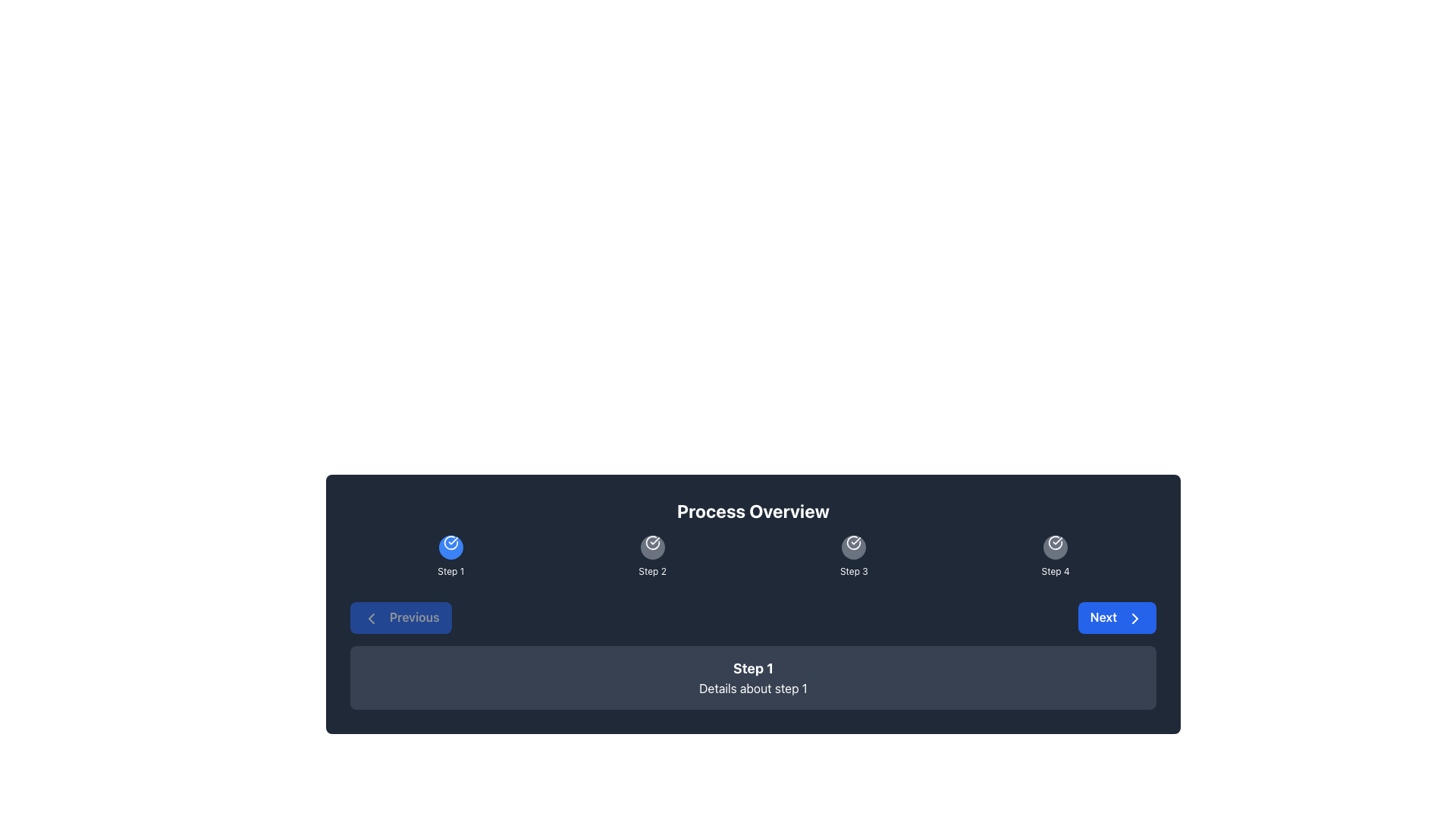  Describe the element at coordinates (753, 676) in the screenshot. I see `text in the informational card styled for step details, which contains 'Step 1' in bold and 'Details about step 1' in regular font` at that location.